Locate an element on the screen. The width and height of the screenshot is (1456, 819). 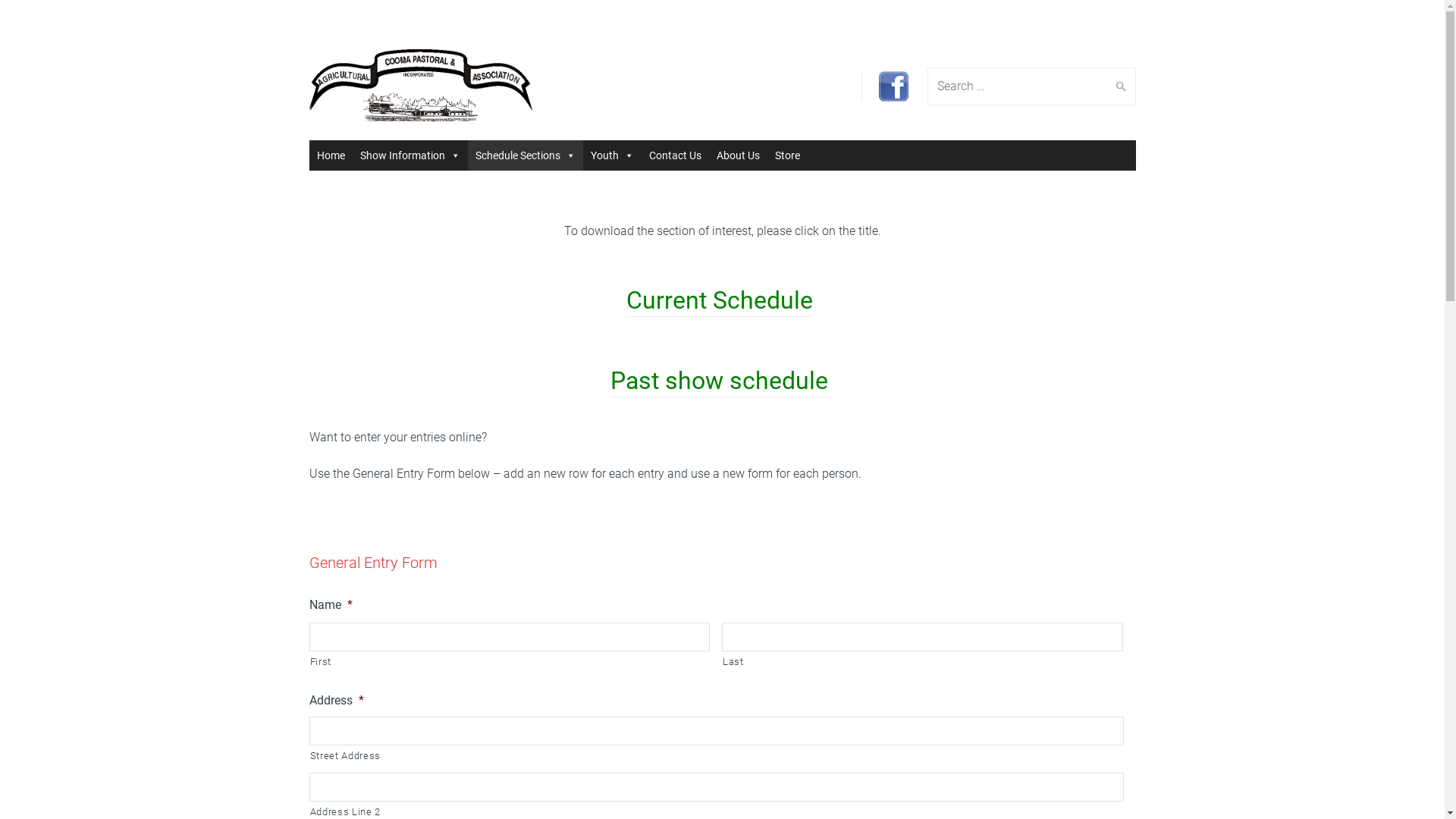
'Contact Us' is located at coordinates (641, 155).